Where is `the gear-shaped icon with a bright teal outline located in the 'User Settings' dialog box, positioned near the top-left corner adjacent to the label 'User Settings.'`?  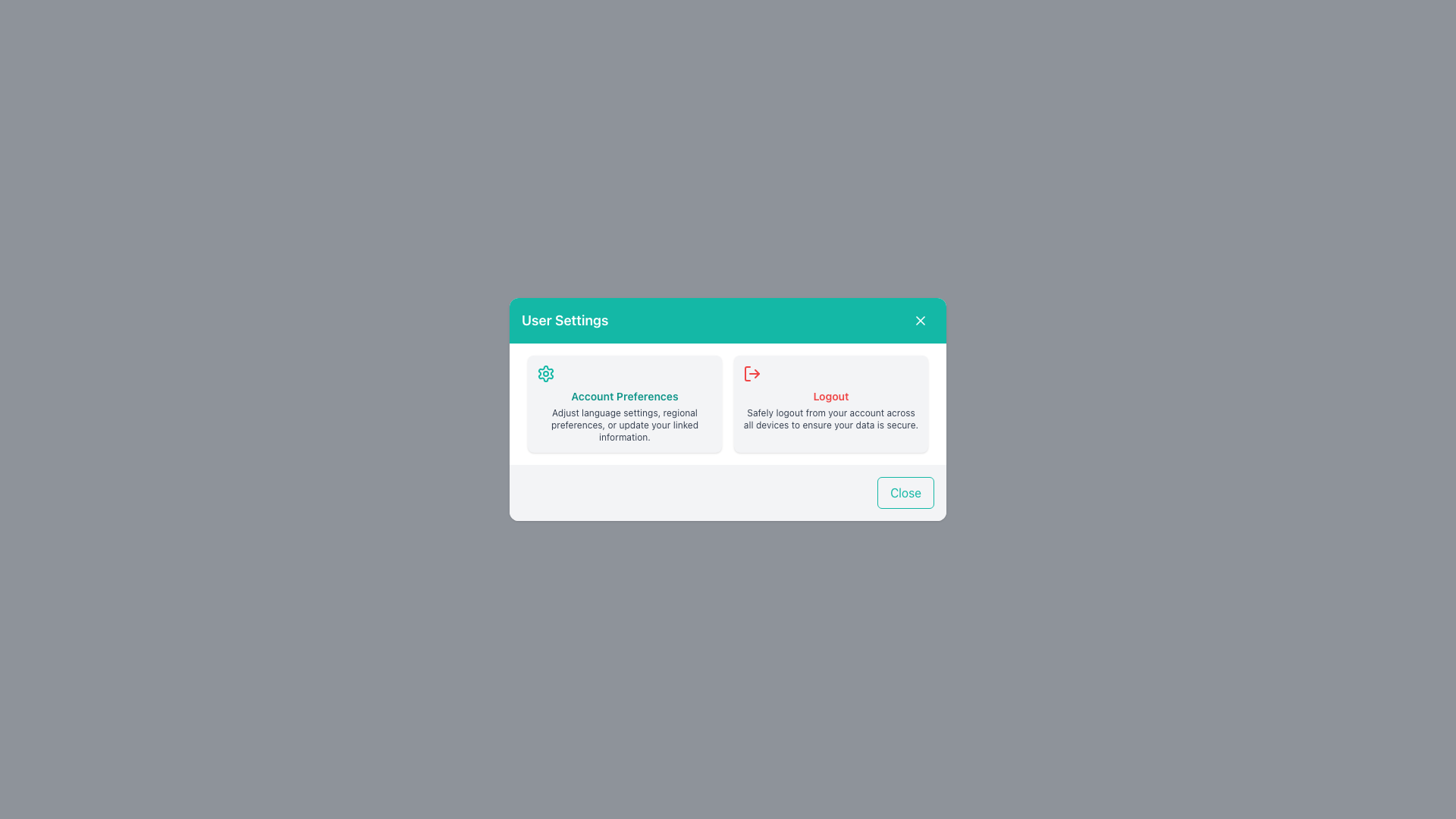
the gear-shaped icon with a bright teal outline located in the 'User Settings' dialog box, positioned near the top-left corner adjacent to the label 'User Settings.' is located at coordinates (546, 374).